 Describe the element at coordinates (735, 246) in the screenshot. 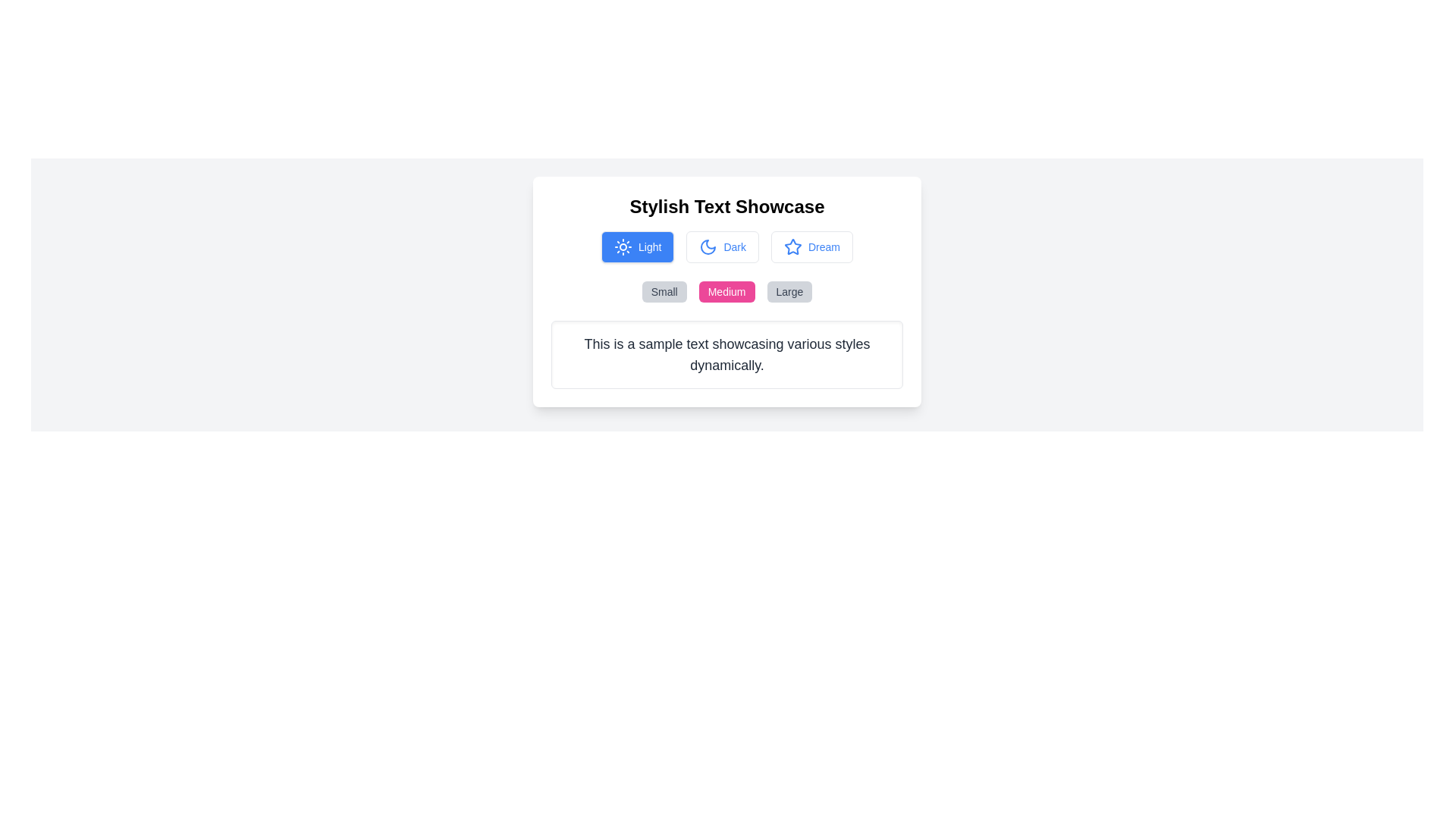

I see `the 'Dark' label element, which is styled in bold blue font and is part of a theme selection layout next to a moon icon` at that location.